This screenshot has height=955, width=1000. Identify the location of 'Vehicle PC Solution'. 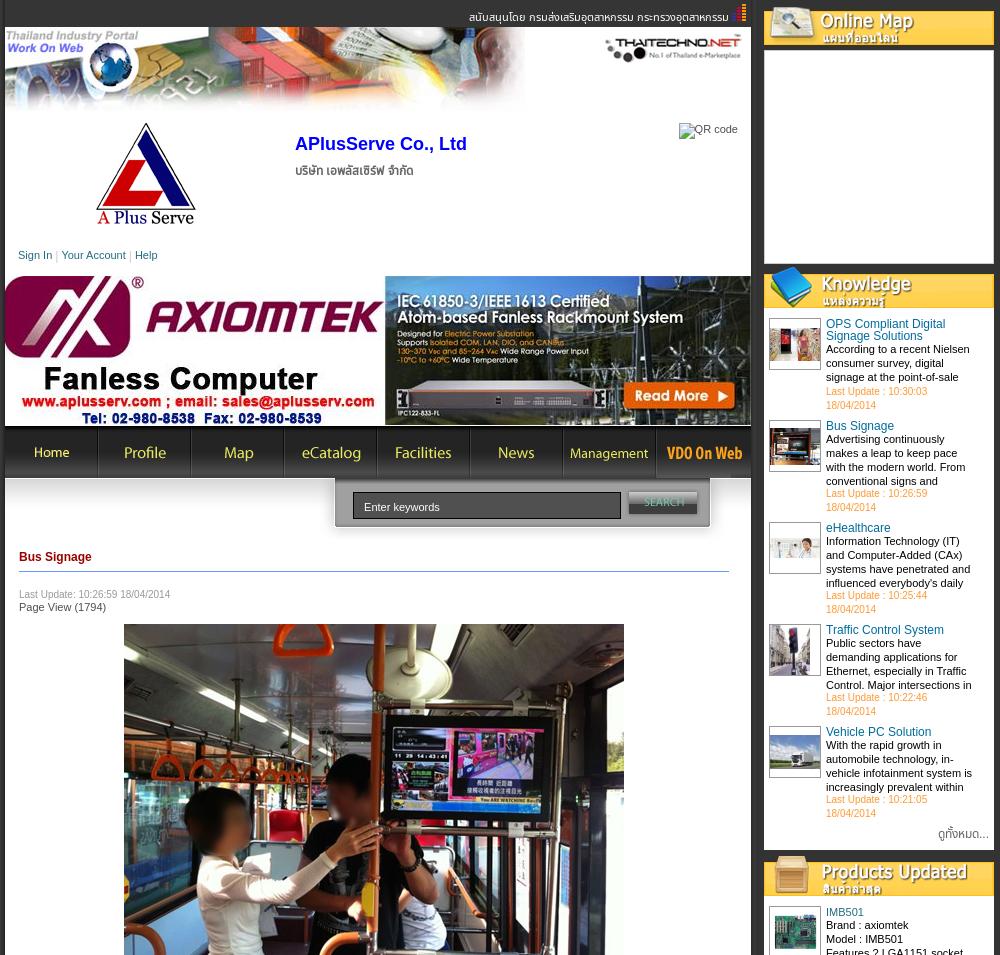
(878, 731).